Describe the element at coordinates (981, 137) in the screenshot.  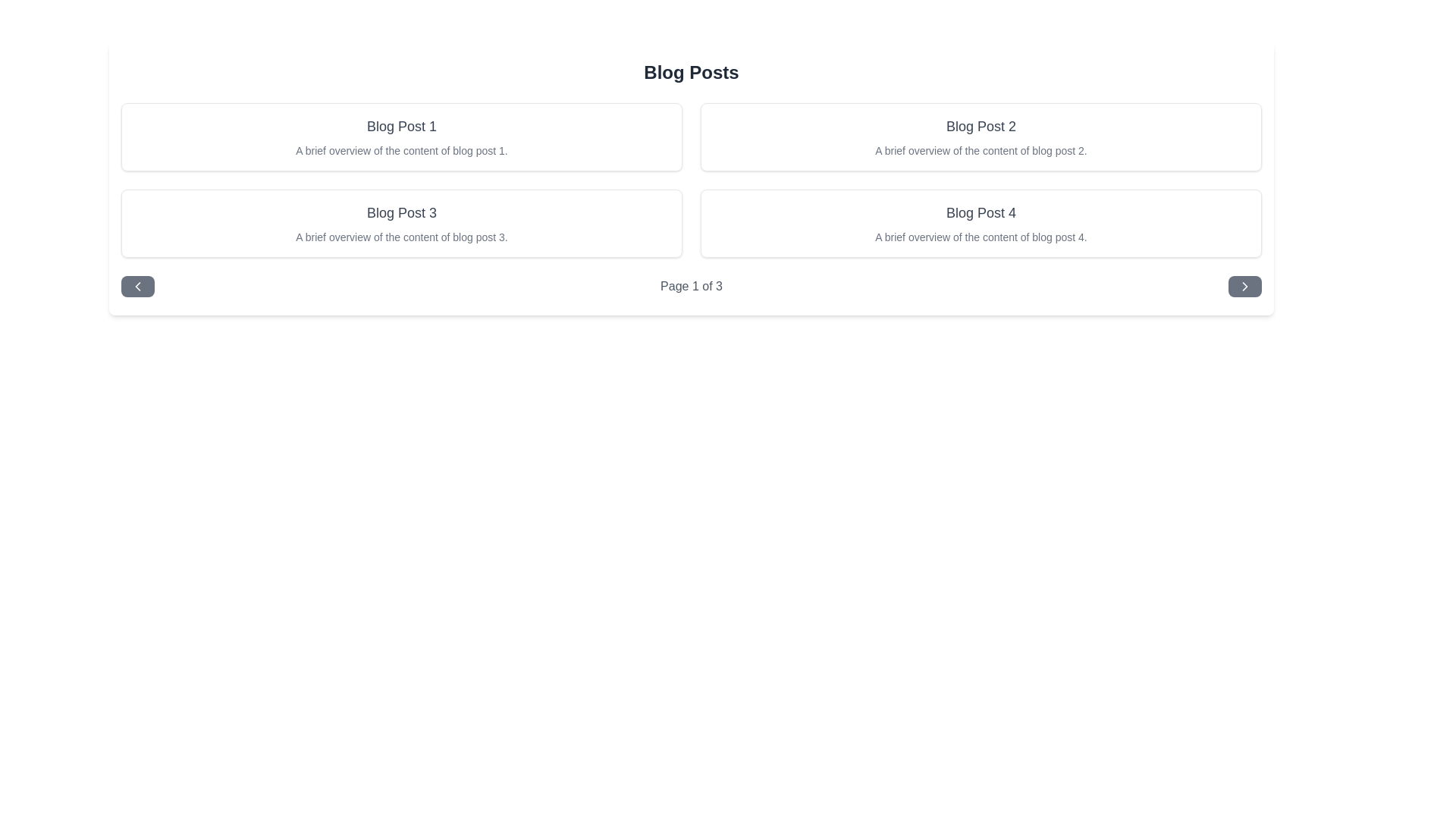
I see `the blog post card that provides a title and brief summary, located` at that location.